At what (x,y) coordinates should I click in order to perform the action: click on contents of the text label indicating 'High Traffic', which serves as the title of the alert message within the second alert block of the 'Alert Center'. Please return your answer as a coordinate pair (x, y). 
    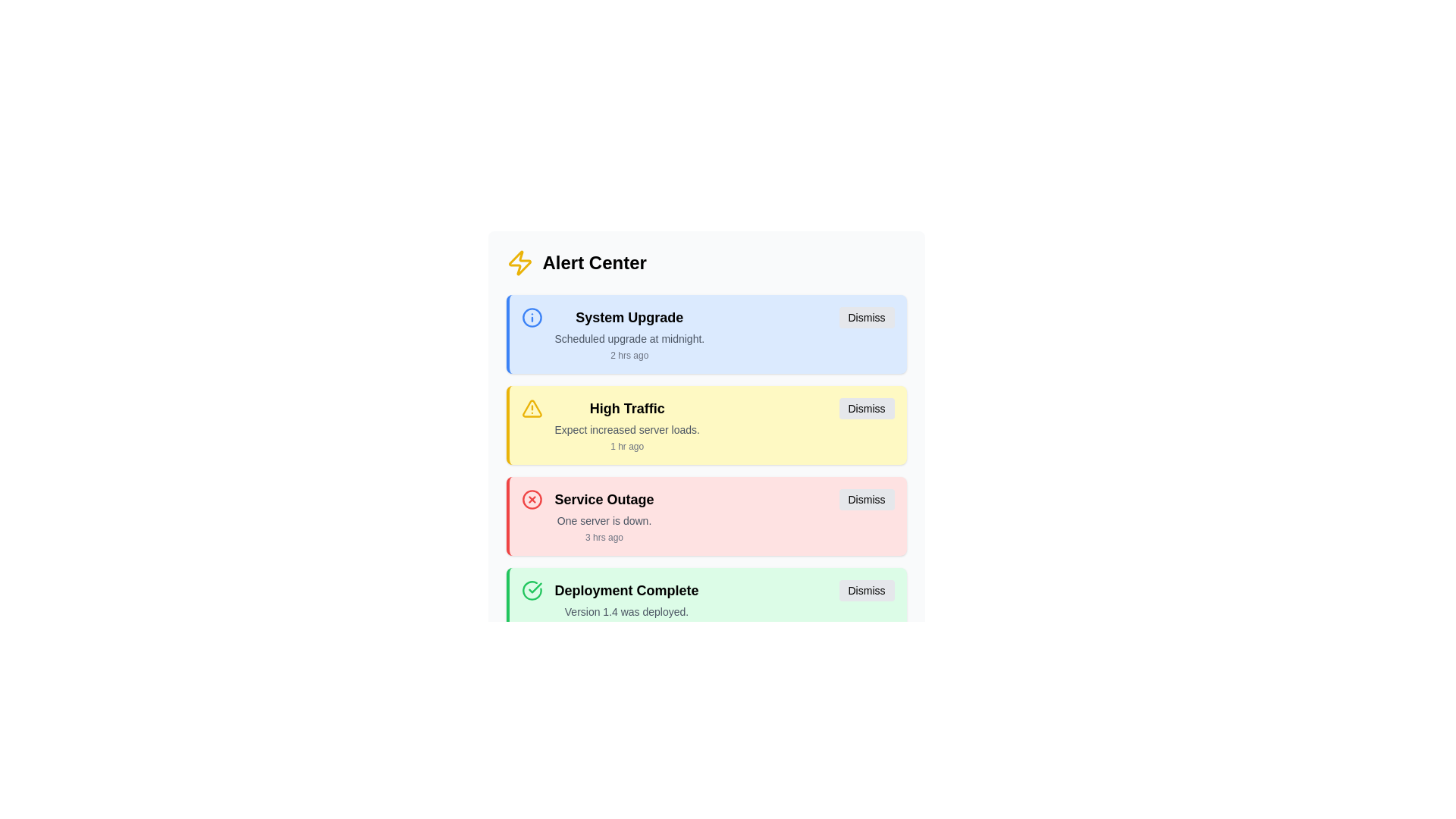
    Looking at the image, I should click on (627, 408).